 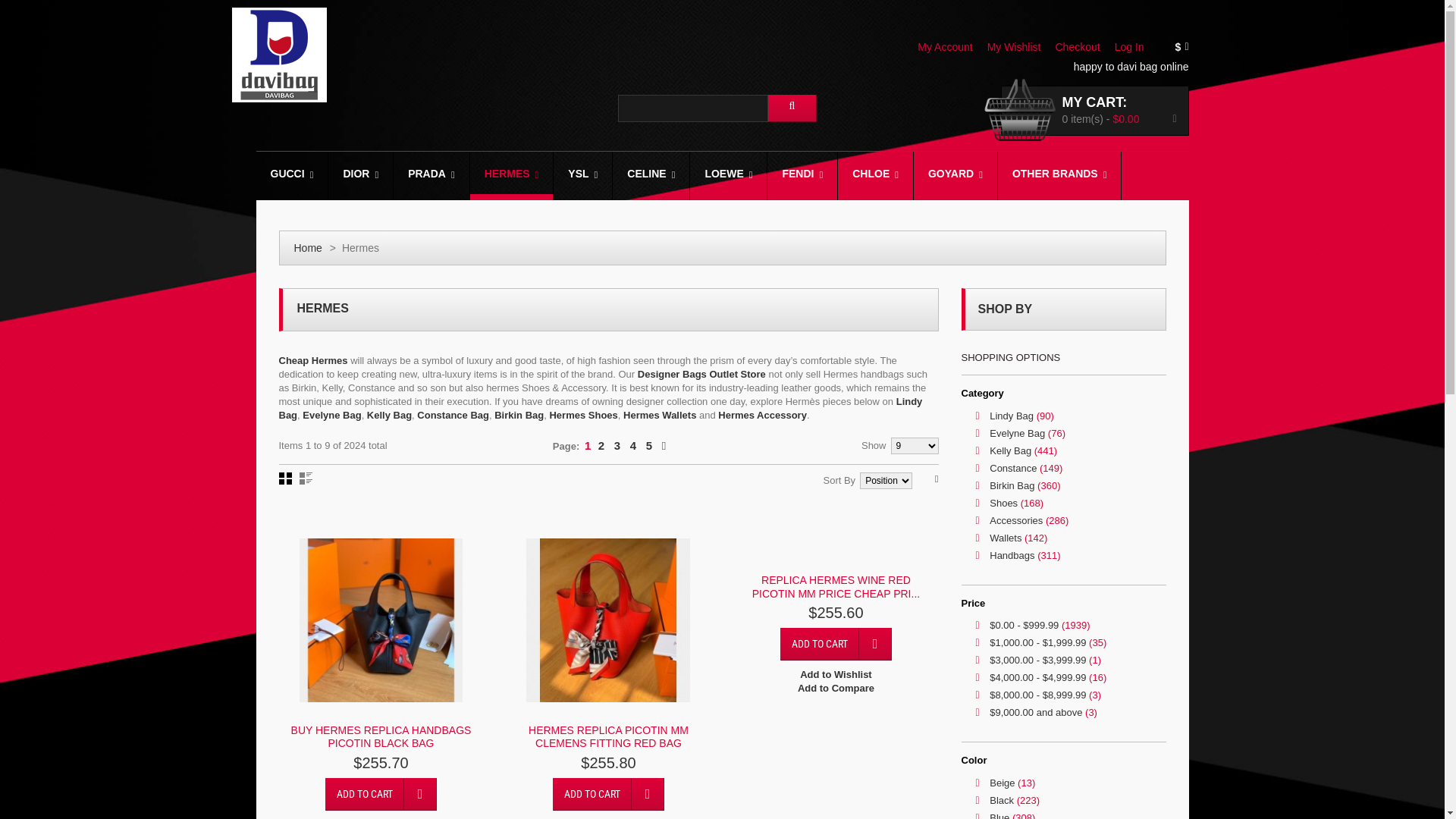 What do you see at coordinates (331, 415) in the screenshot?
I see `'Evelyne Bag'` at bounding box center [331, 415].